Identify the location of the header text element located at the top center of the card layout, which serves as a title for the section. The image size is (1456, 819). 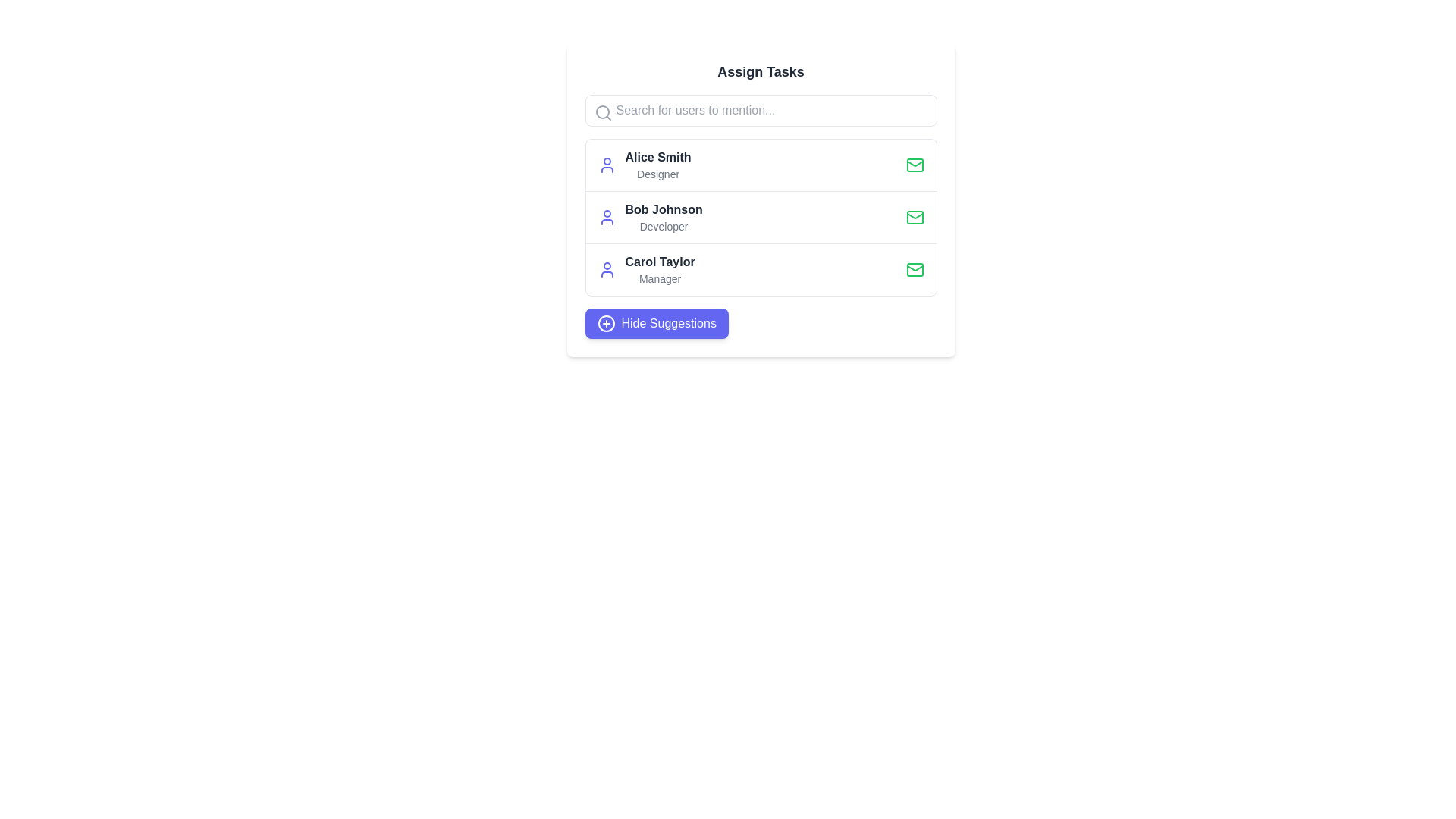
(761, 72).